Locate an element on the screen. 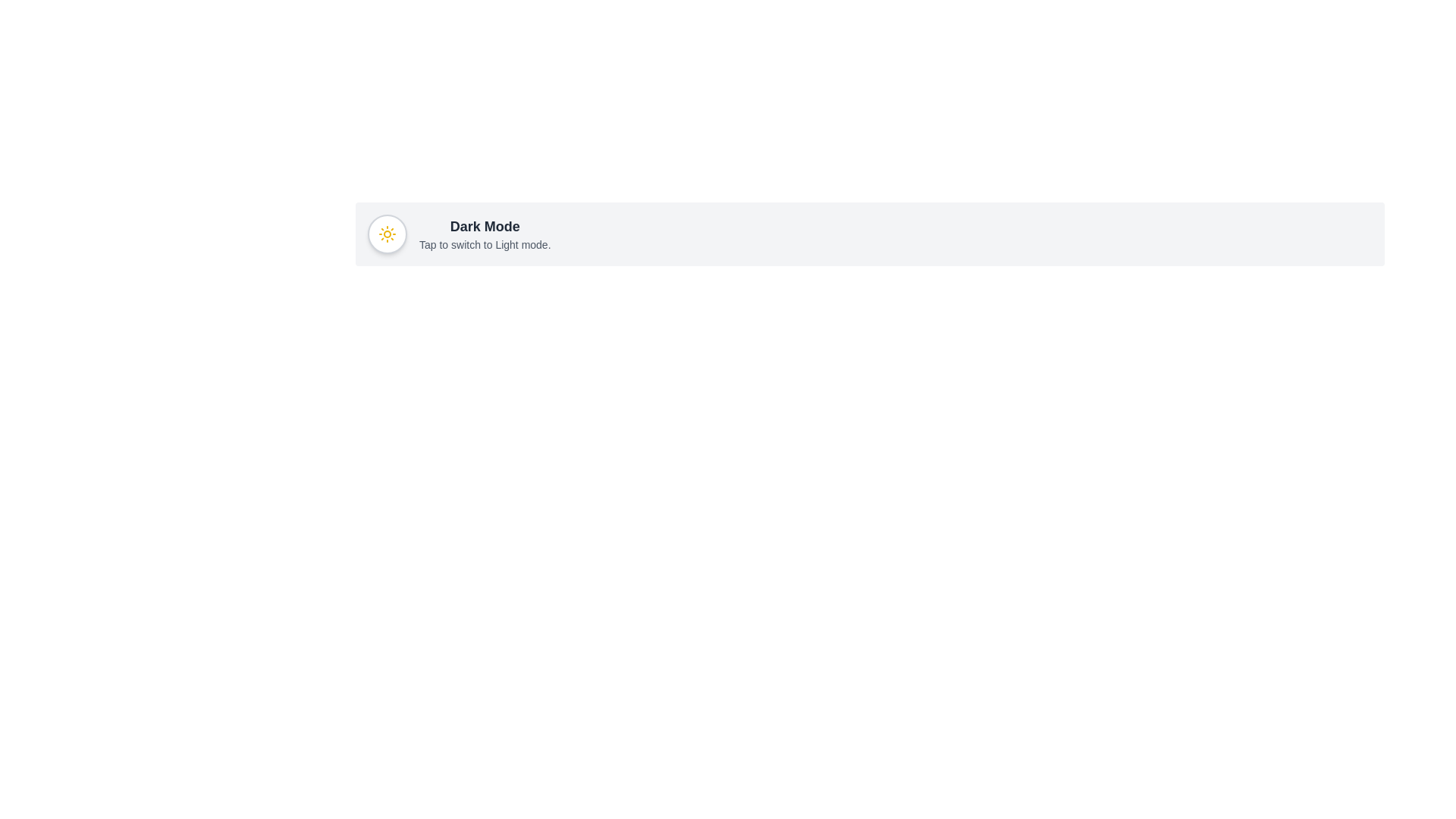  the static text label providing instructional information related to mode switching, located directly below the 'Dark Mode' text is located at coordinates (484, 244).